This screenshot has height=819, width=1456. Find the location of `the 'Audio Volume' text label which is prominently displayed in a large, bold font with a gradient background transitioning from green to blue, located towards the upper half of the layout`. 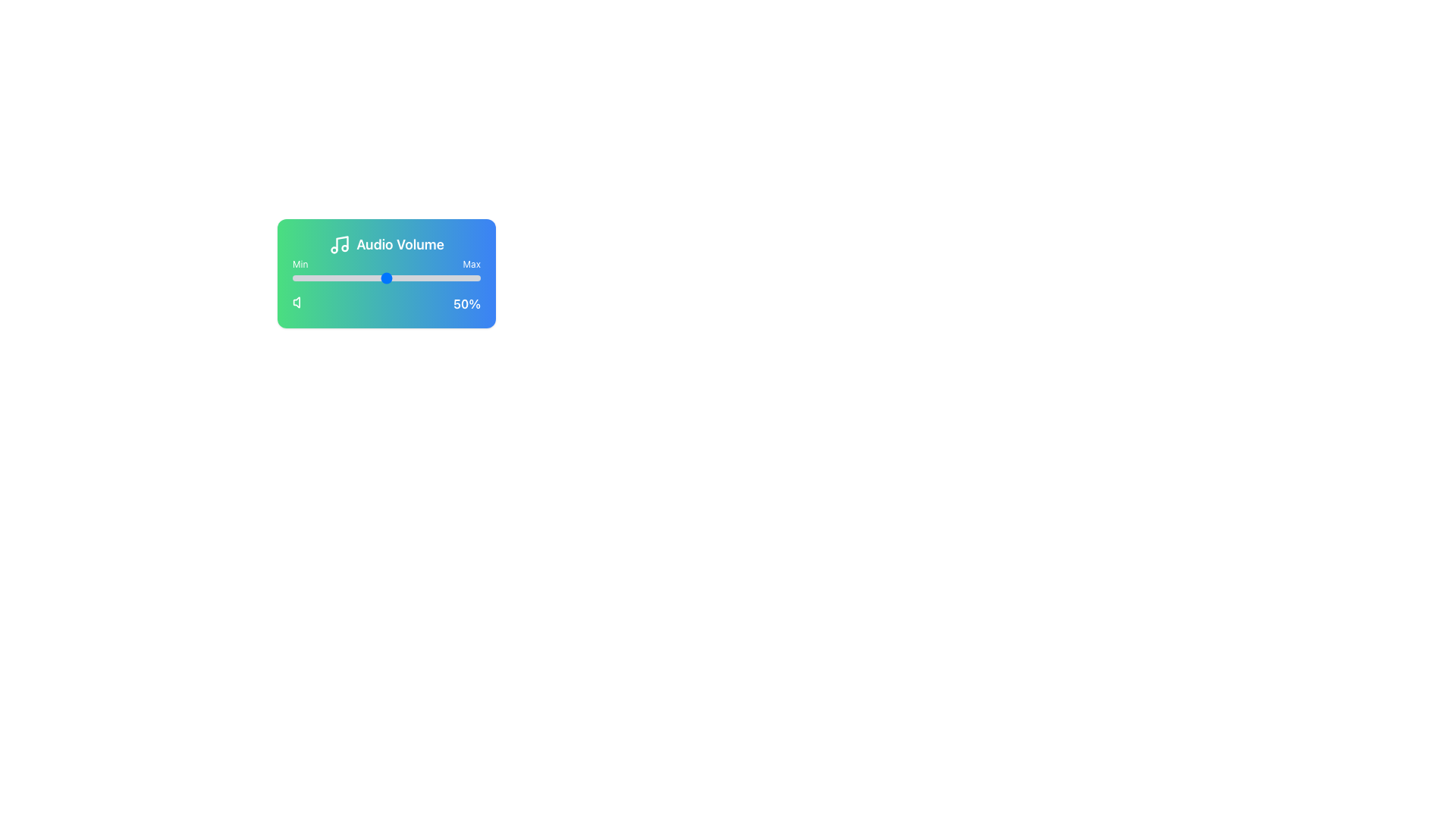

the 'Audio Volume' text label which is prominently displayed in a large, bold font with a gradient background transitioning from green to blue, located towards the upper half of the layout is located at coordinates (400, 244).